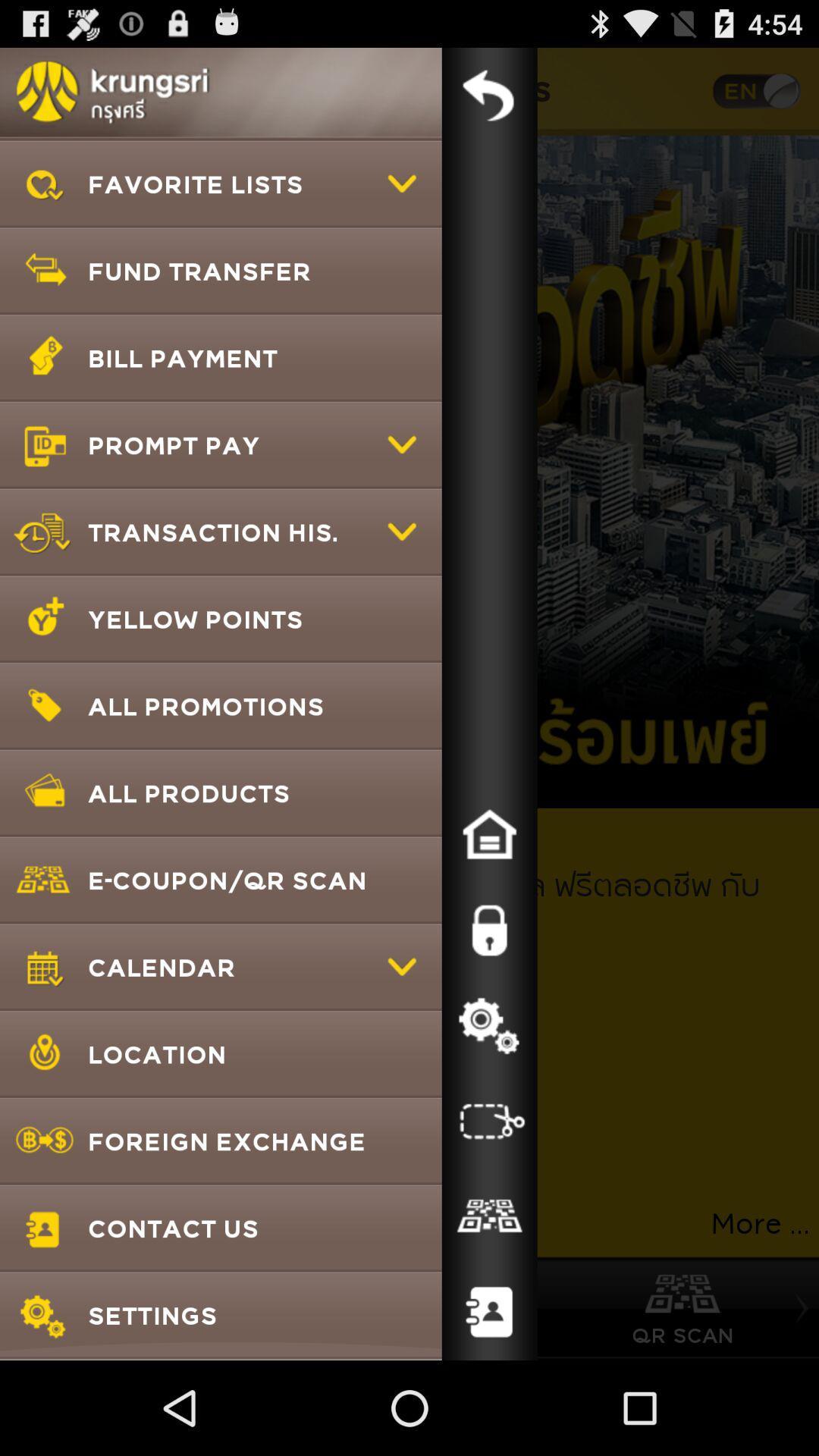  Describe the element at coordinates (489, 930) in the screenshot. I see `lock and safety` at that location.